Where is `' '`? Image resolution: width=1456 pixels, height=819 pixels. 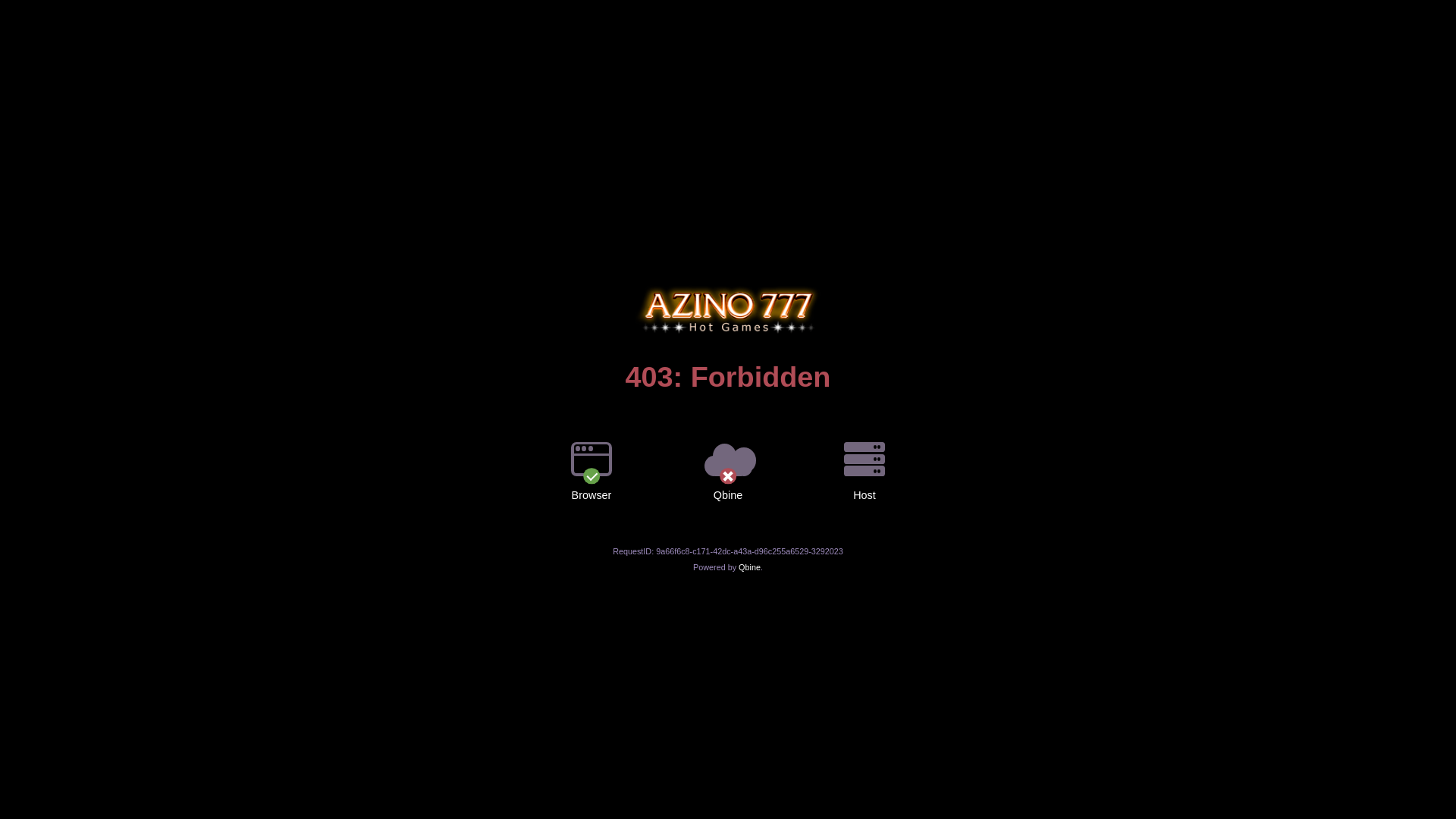 ' ' is located at coordinates (728, 286).